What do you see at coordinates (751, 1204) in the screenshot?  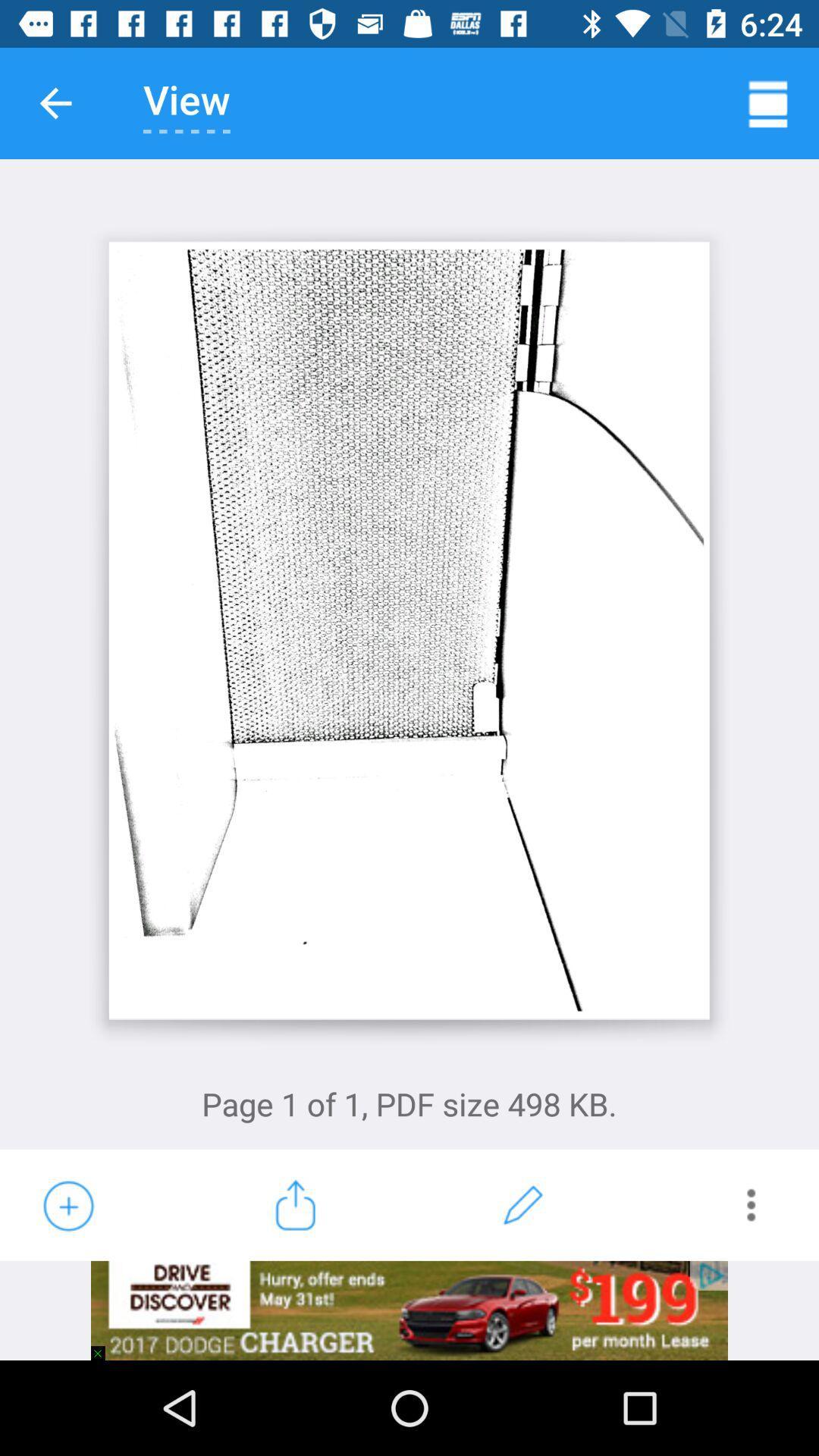 I see `the more icon` at bounding box center [751, 1204].